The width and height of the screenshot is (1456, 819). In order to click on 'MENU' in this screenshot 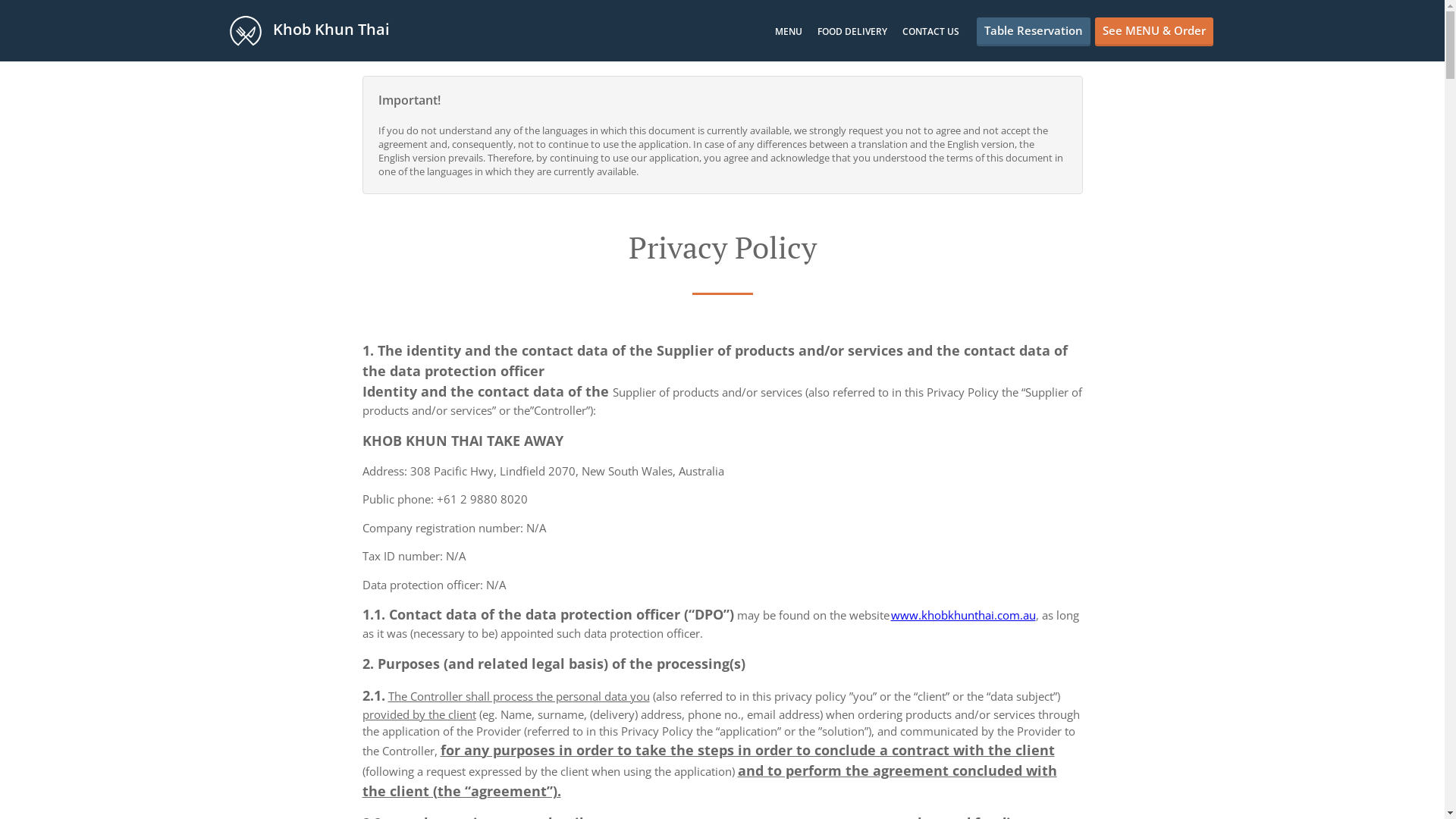, I will do `click(775, 31)`.